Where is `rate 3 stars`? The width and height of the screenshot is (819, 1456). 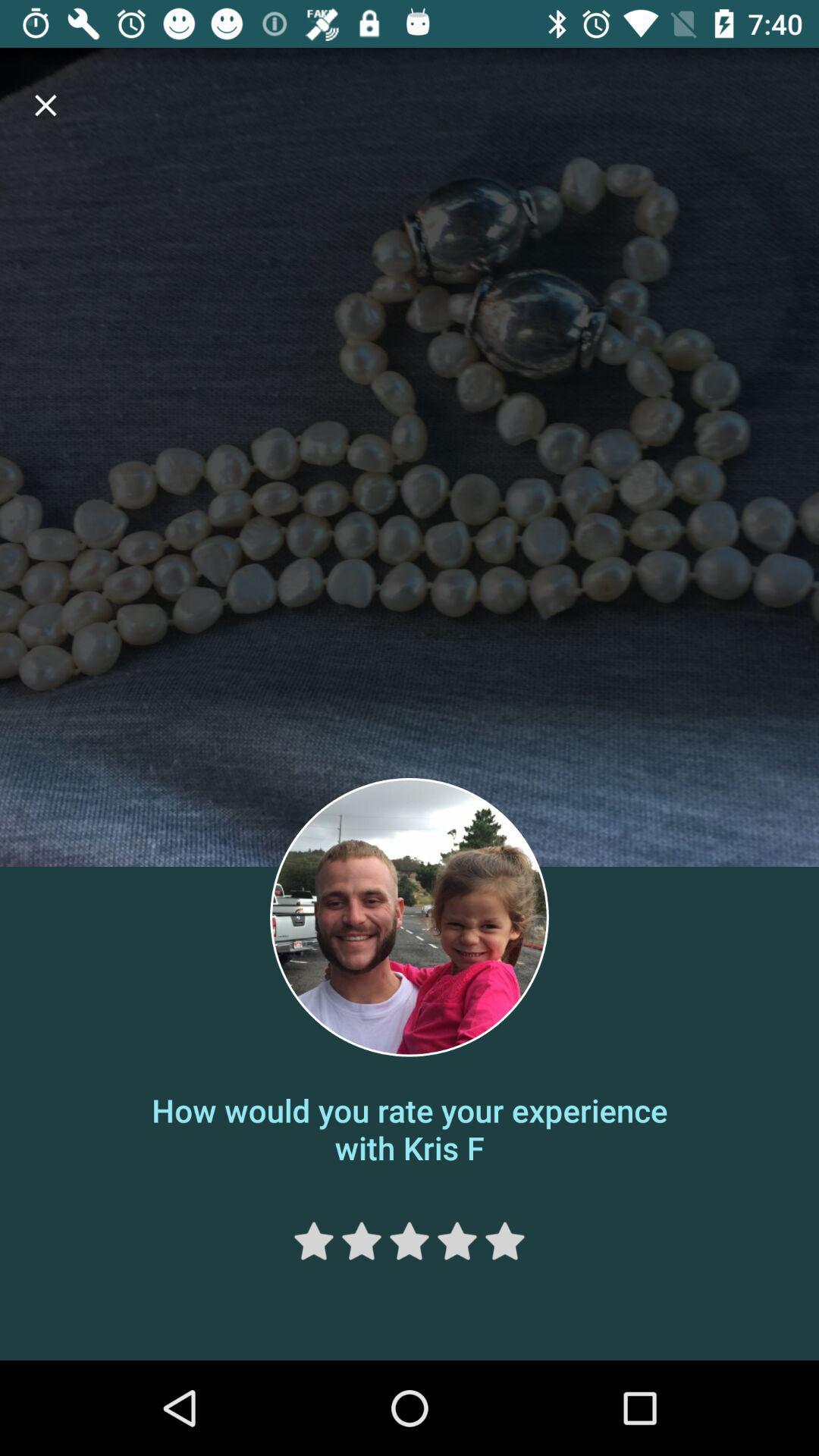
rate 3 stars is located at coordinates (409, 1241).